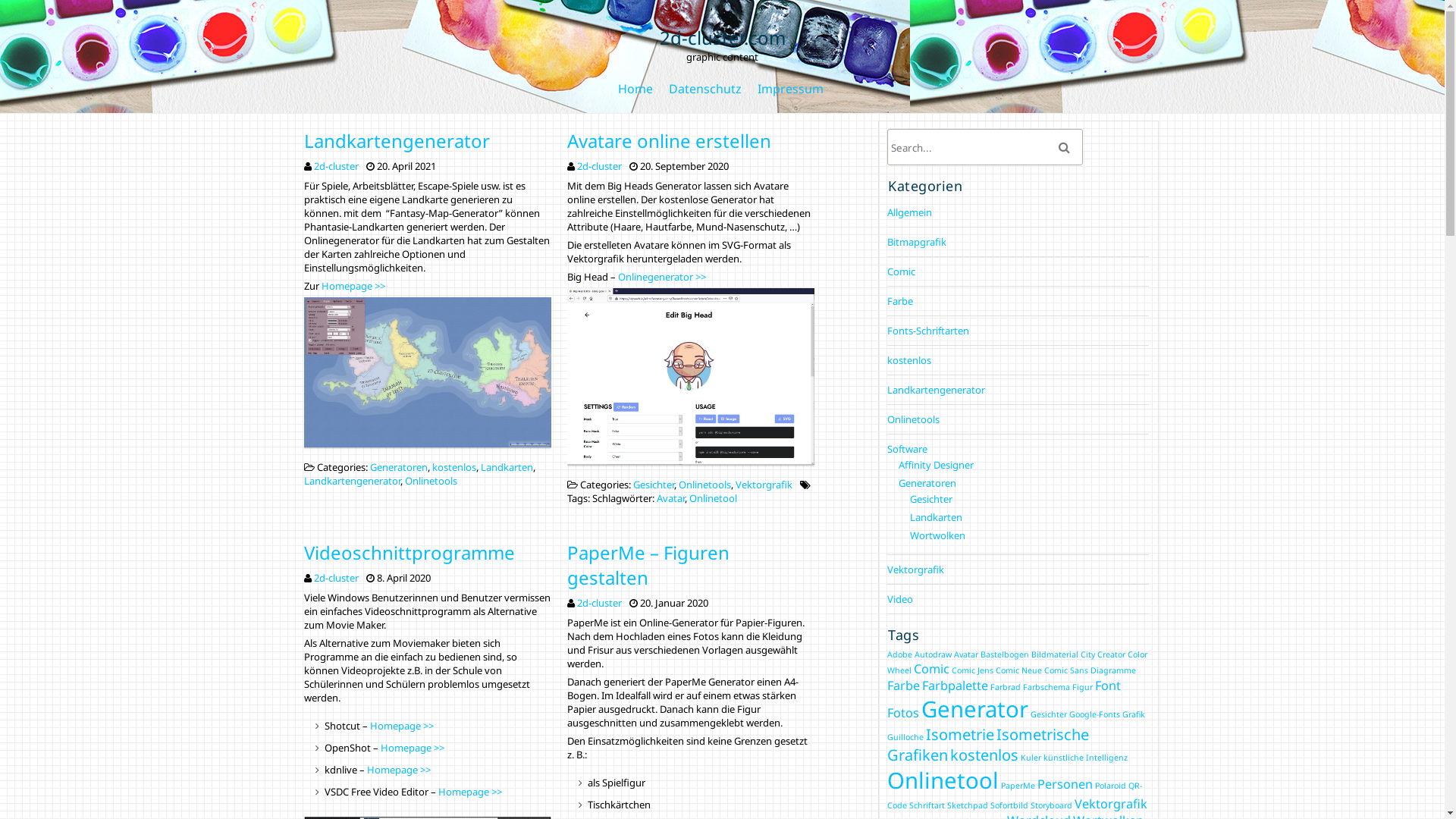  I want to click on 'Onlinetools', so click(704, 485).